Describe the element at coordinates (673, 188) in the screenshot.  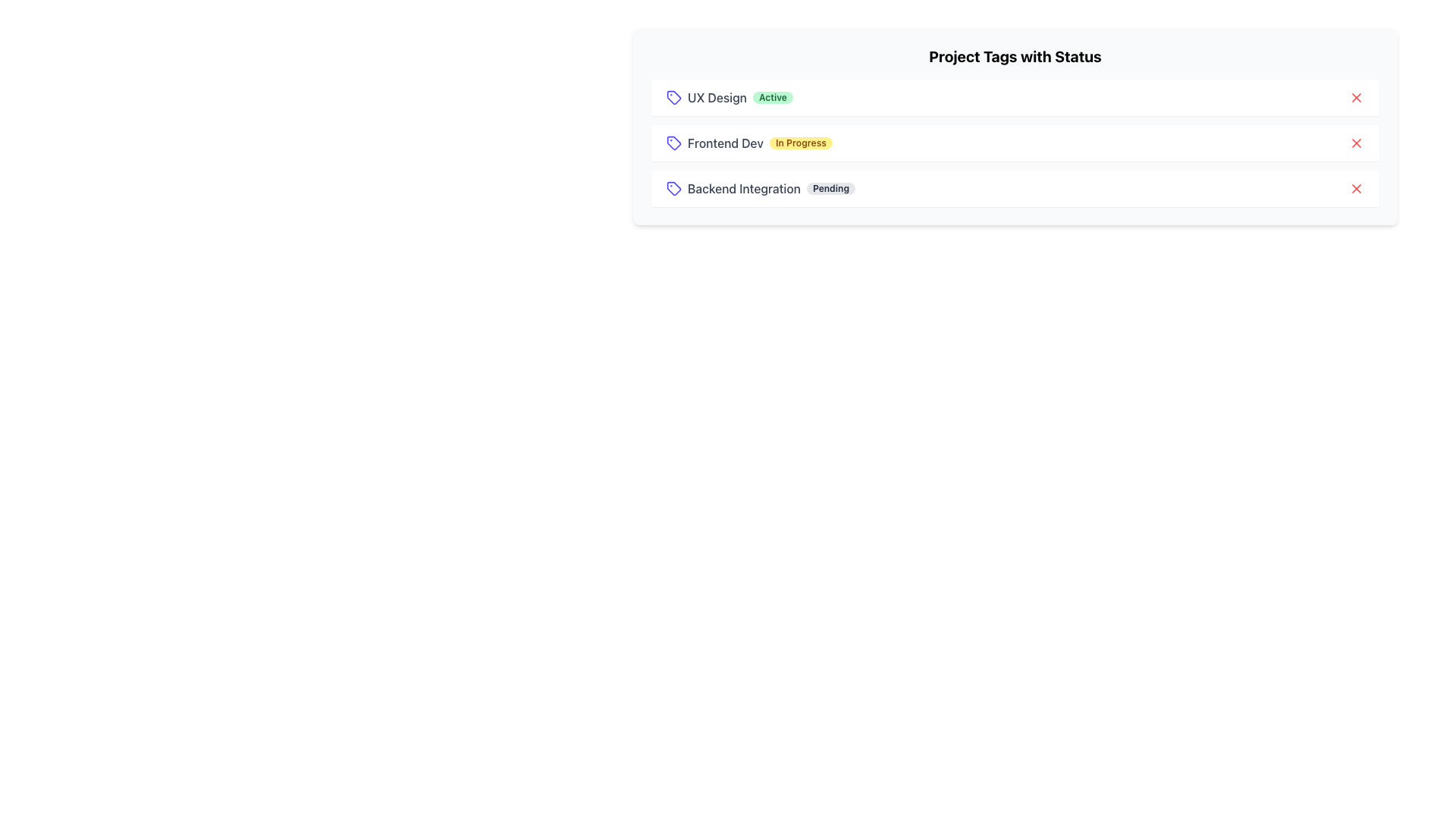
I see `the icon representing the 'Backend Integration' project tag, which is located adjacent to the 'Pending' text label in the tabular list of project tags` at that location.